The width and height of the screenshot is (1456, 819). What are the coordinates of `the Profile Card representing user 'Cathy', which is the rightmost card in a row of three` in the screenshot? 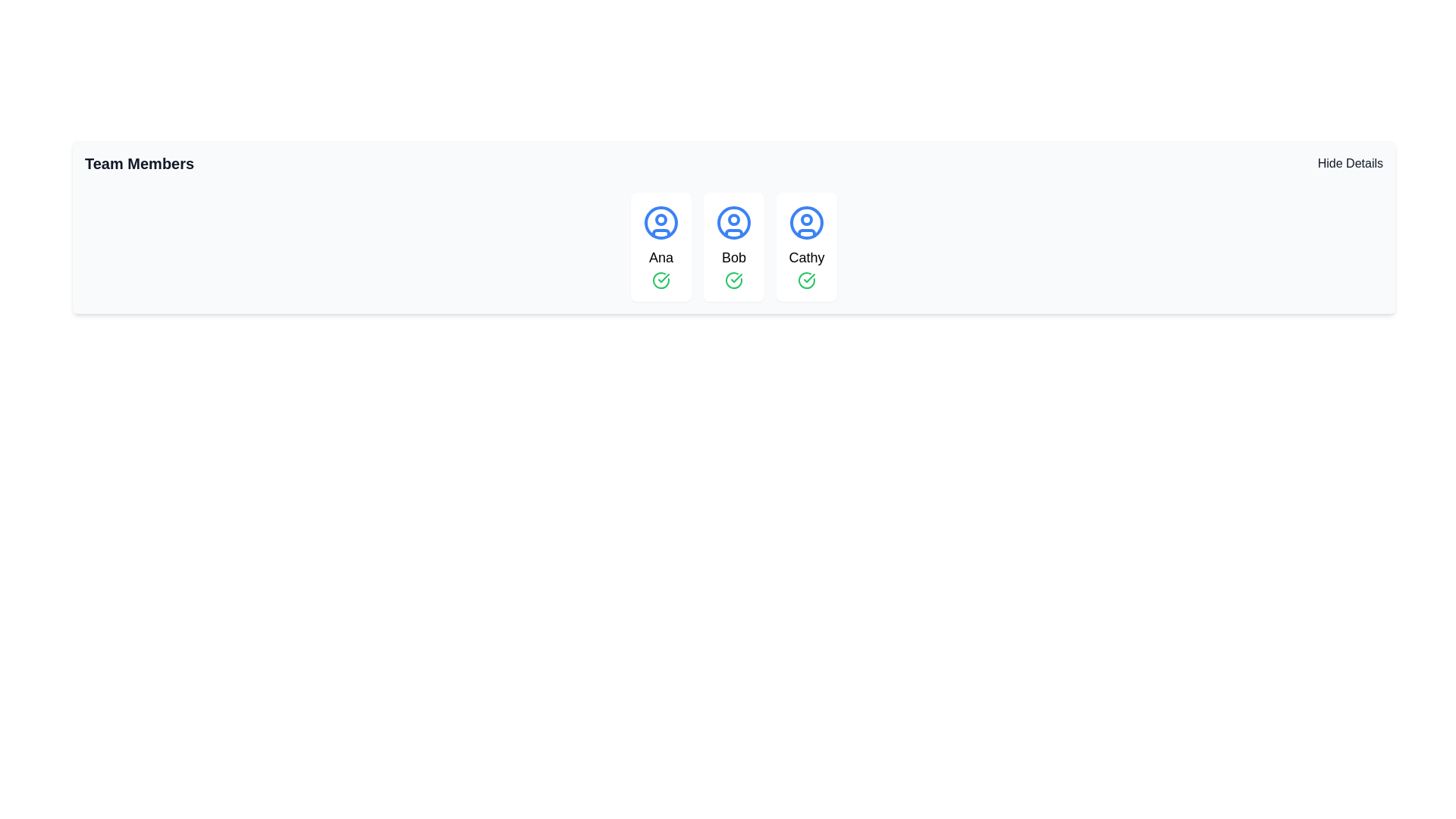 It's located at (806, 246).